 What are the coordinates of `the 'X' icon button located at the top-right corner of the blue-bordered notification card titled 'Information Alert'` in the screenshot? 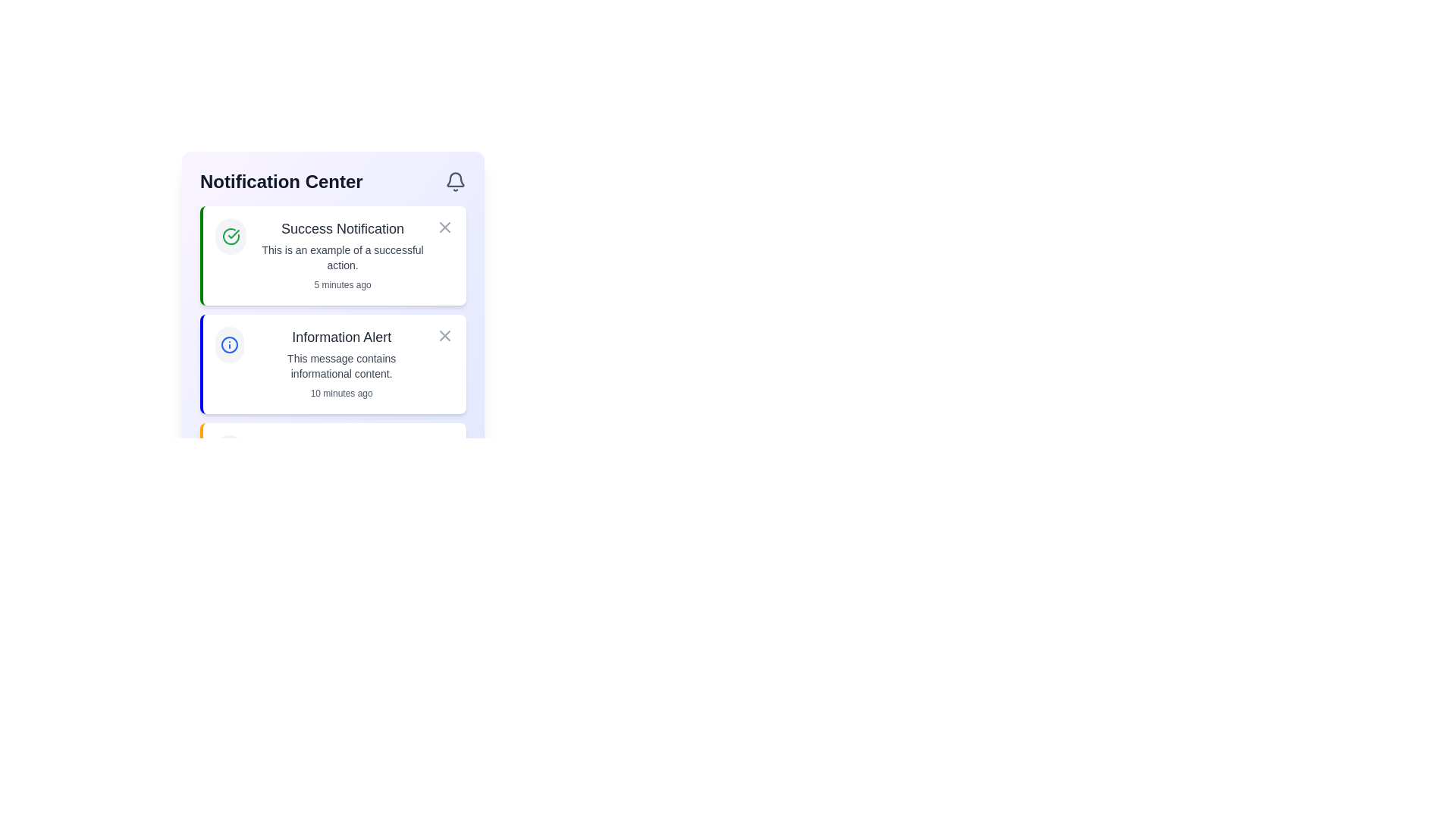 It's located at (444, 335).